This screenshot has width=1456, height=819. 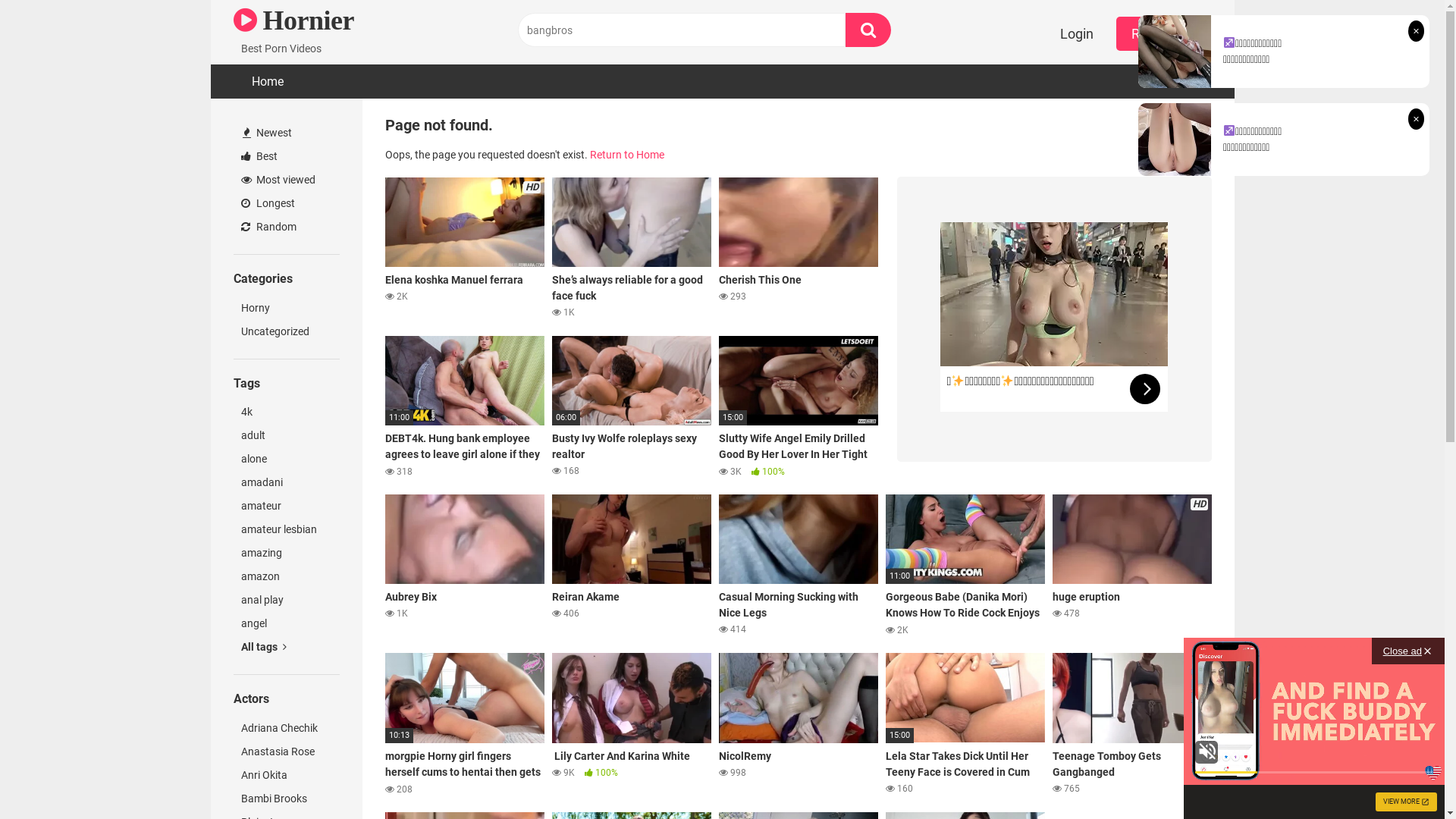 I want to click on 'angel', so click(x=287, y=623).